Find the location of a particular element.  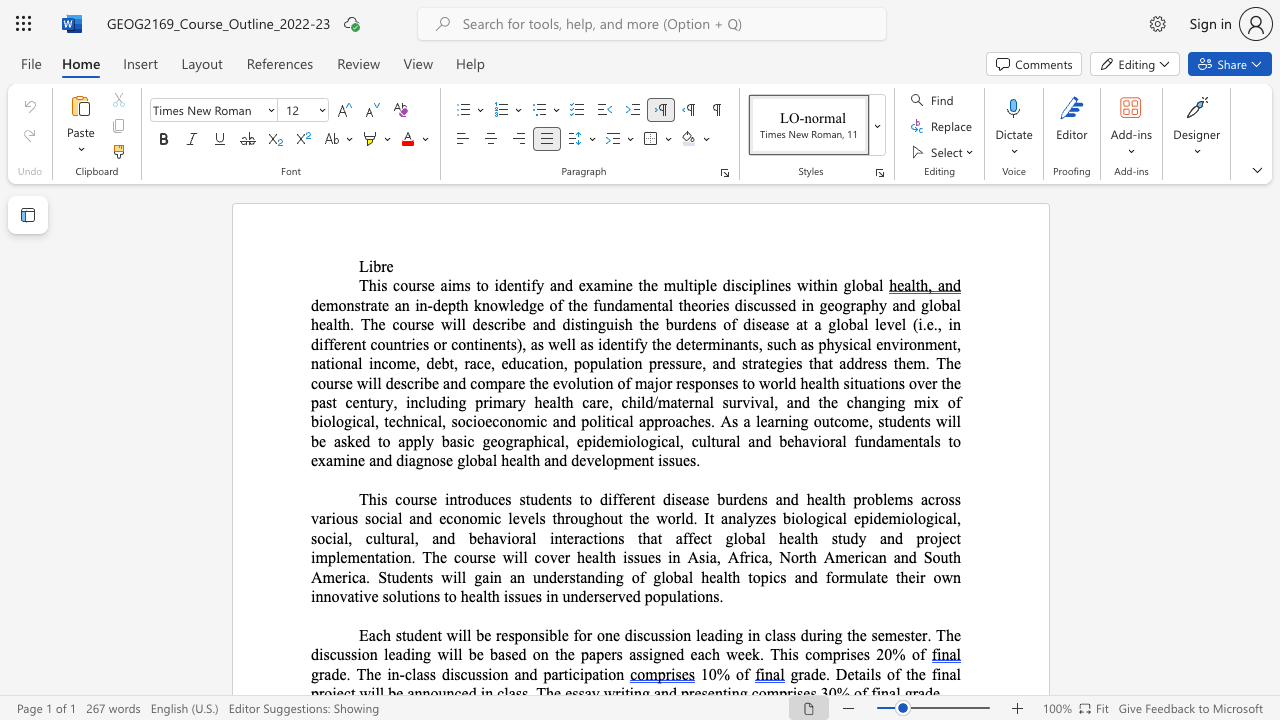

the 1th character "t" in the text is located at coordinates (477, 285).